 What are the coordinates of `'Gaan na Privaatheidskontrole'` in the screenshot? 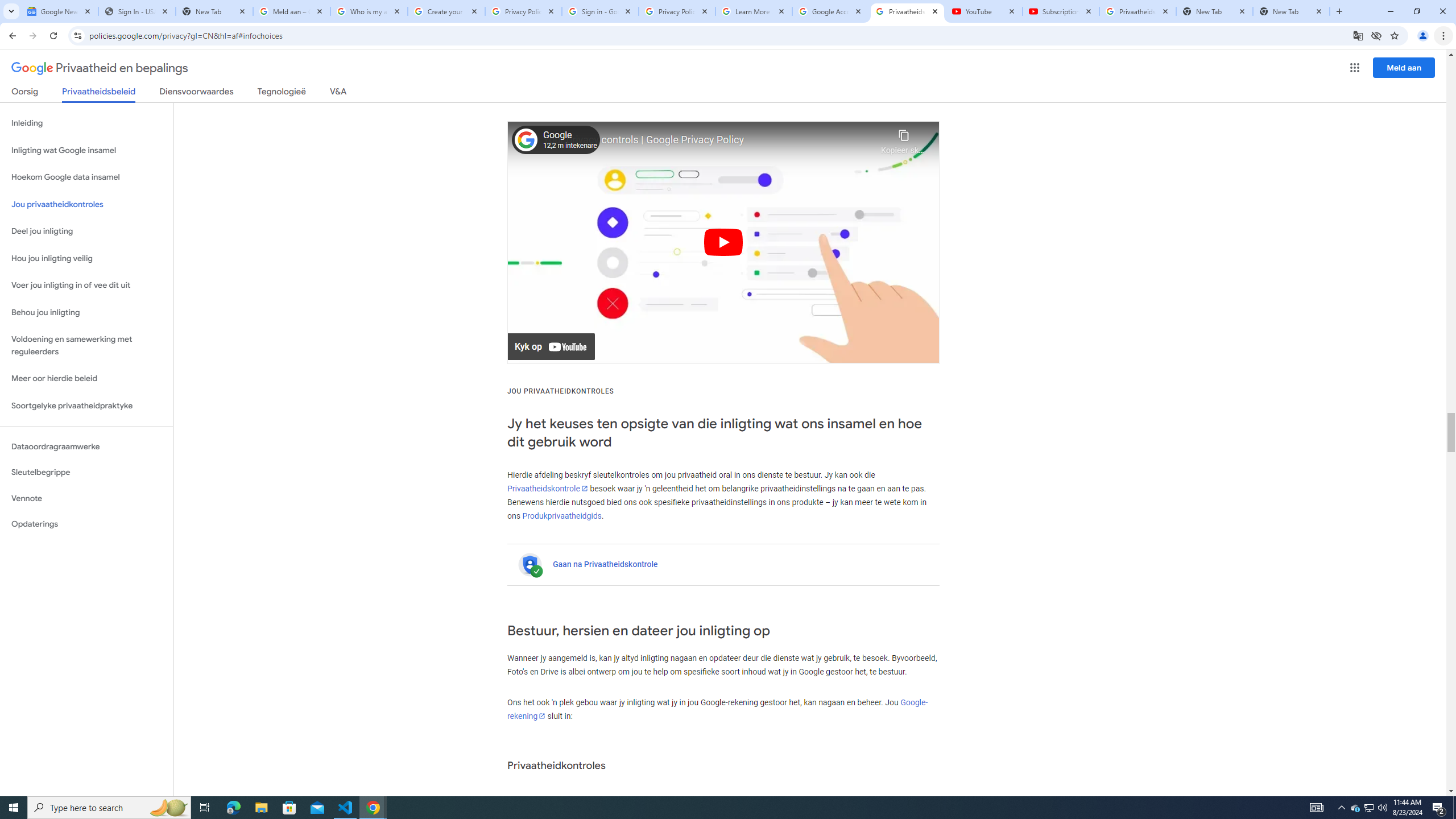 It's located at (605, 564).